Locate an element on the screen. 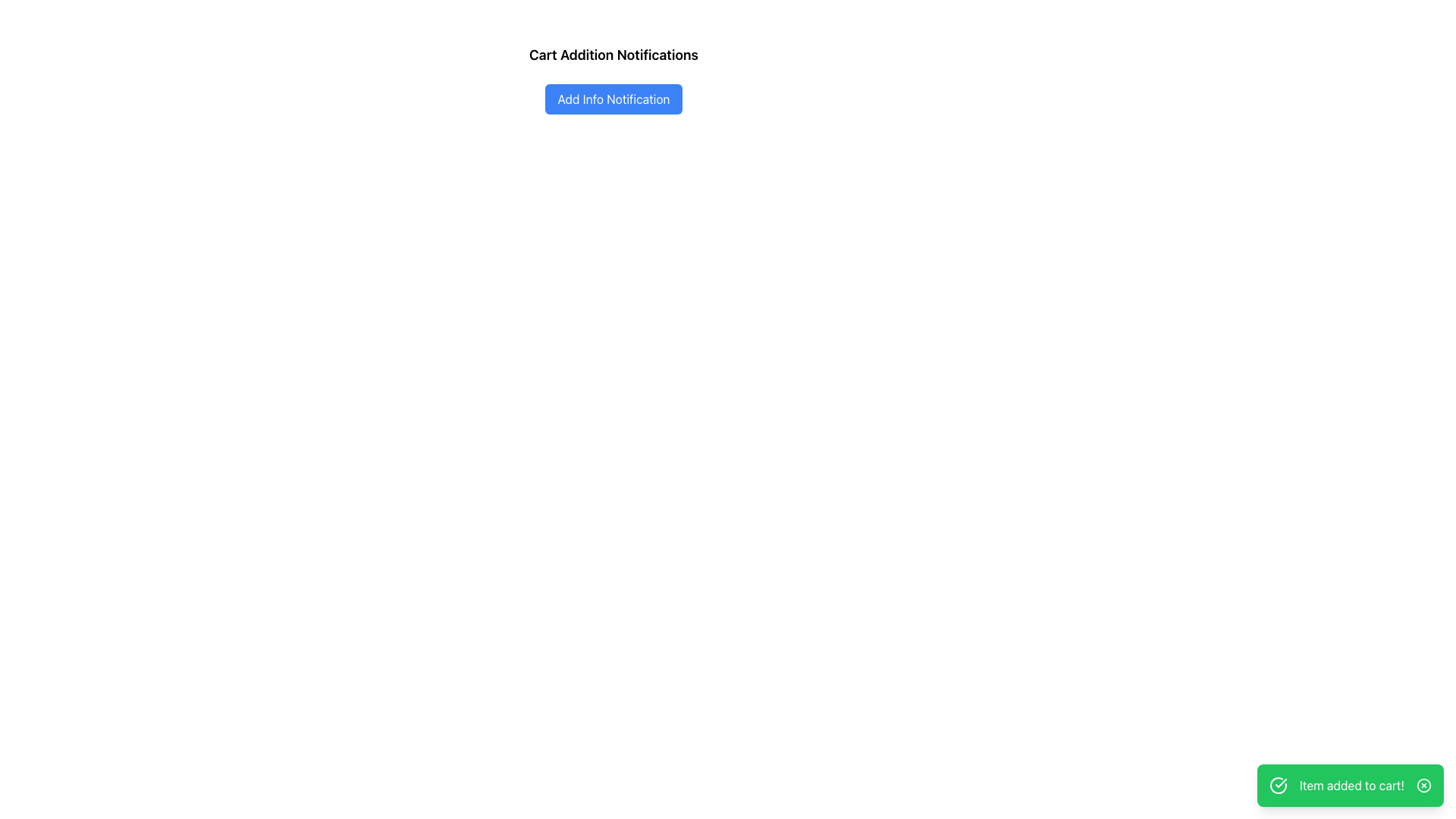  the success notification icon indicating 'Item added to cart!' located in the bottom-right corner of the notification widget is located at coordinates (1280, 783).